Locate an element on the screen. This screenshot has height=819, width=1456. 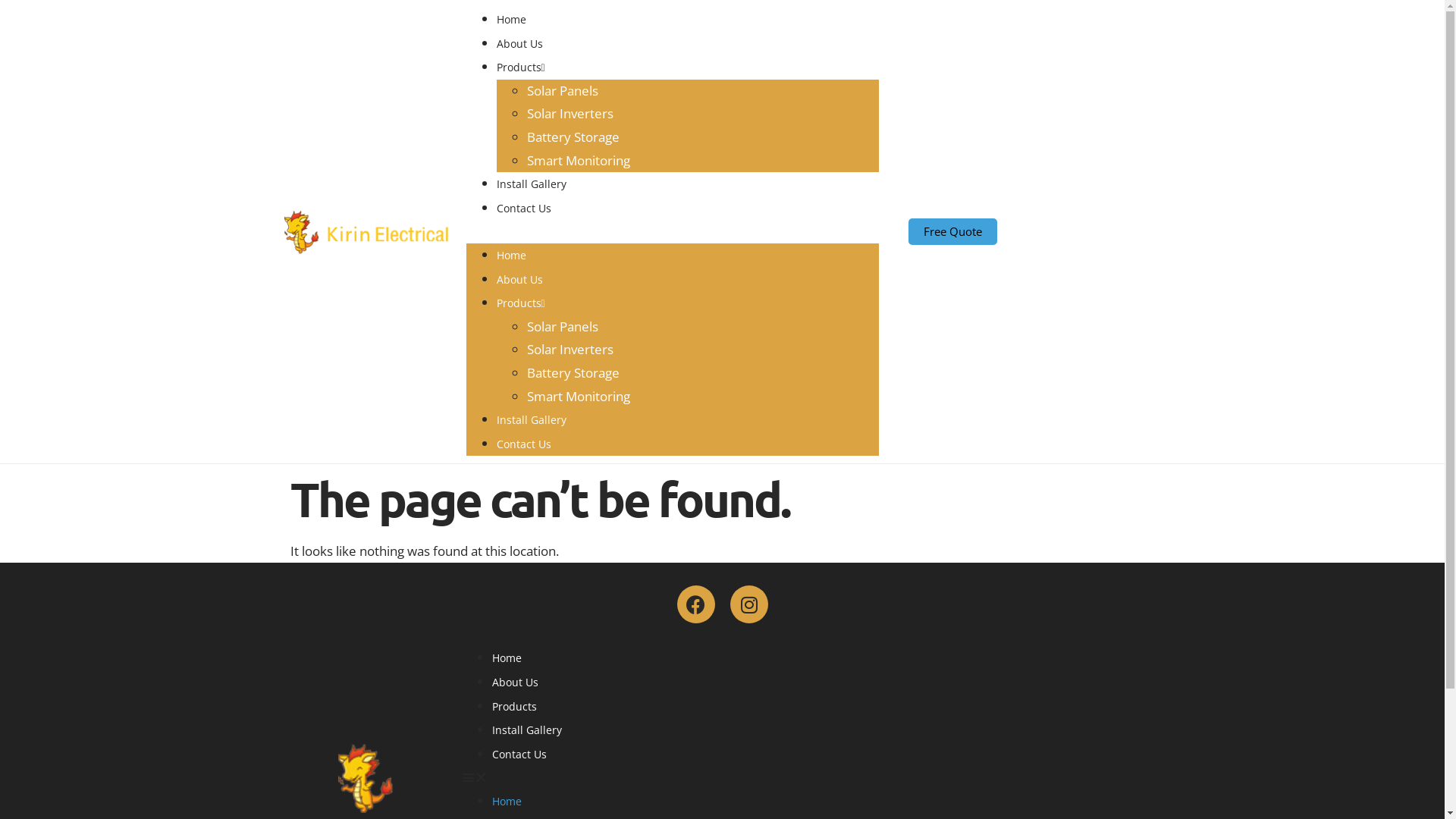
'Solar Panels' is located at coordinates (560, 90).